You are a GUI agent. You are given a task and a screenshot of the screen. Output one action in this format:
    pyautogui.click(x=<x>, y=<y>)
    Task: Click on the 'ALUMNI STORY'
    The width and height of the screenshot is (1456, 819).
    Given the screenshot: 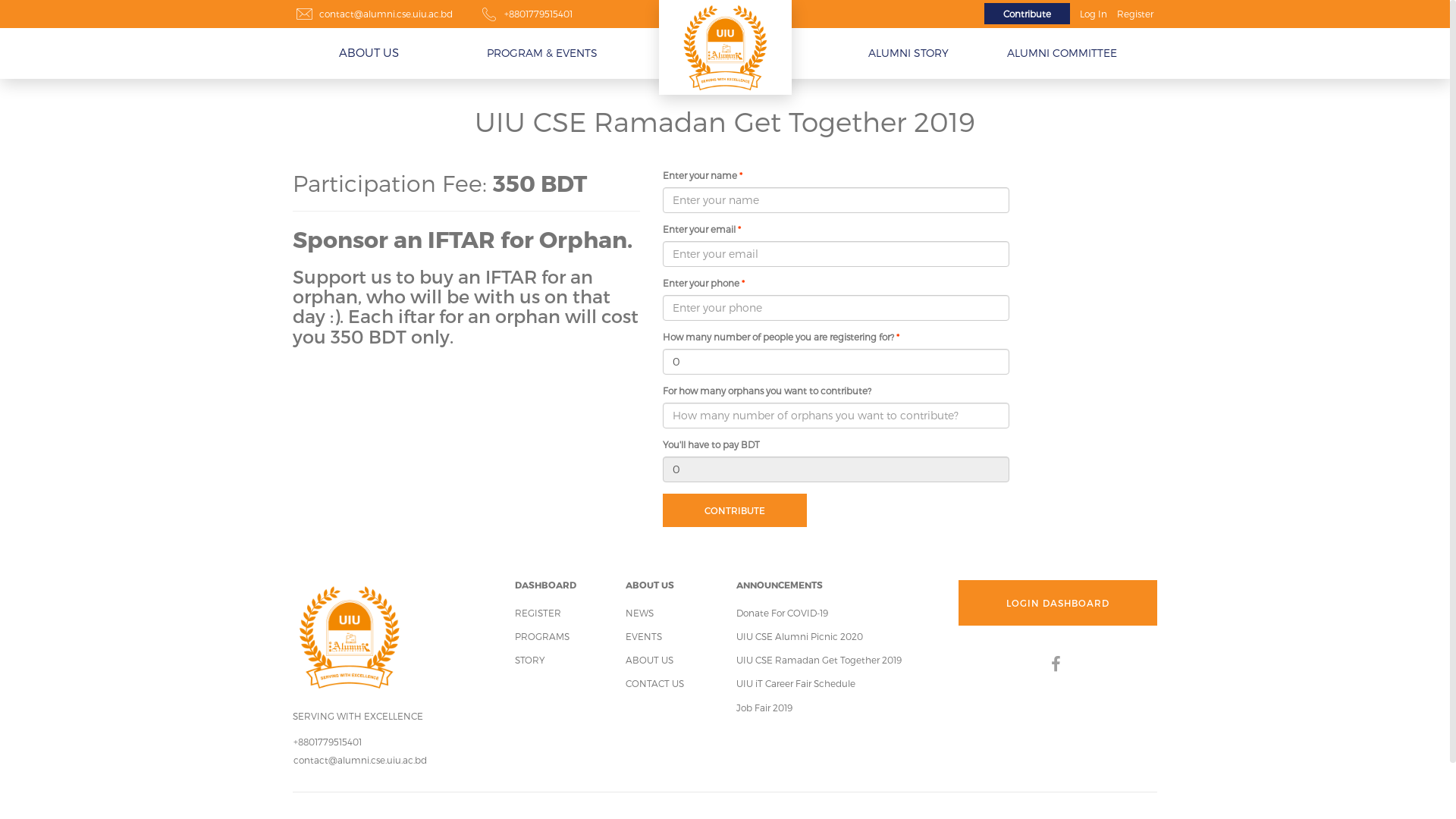 What is the action you would take?
    pyautogui.click(x=907, y=52)
    